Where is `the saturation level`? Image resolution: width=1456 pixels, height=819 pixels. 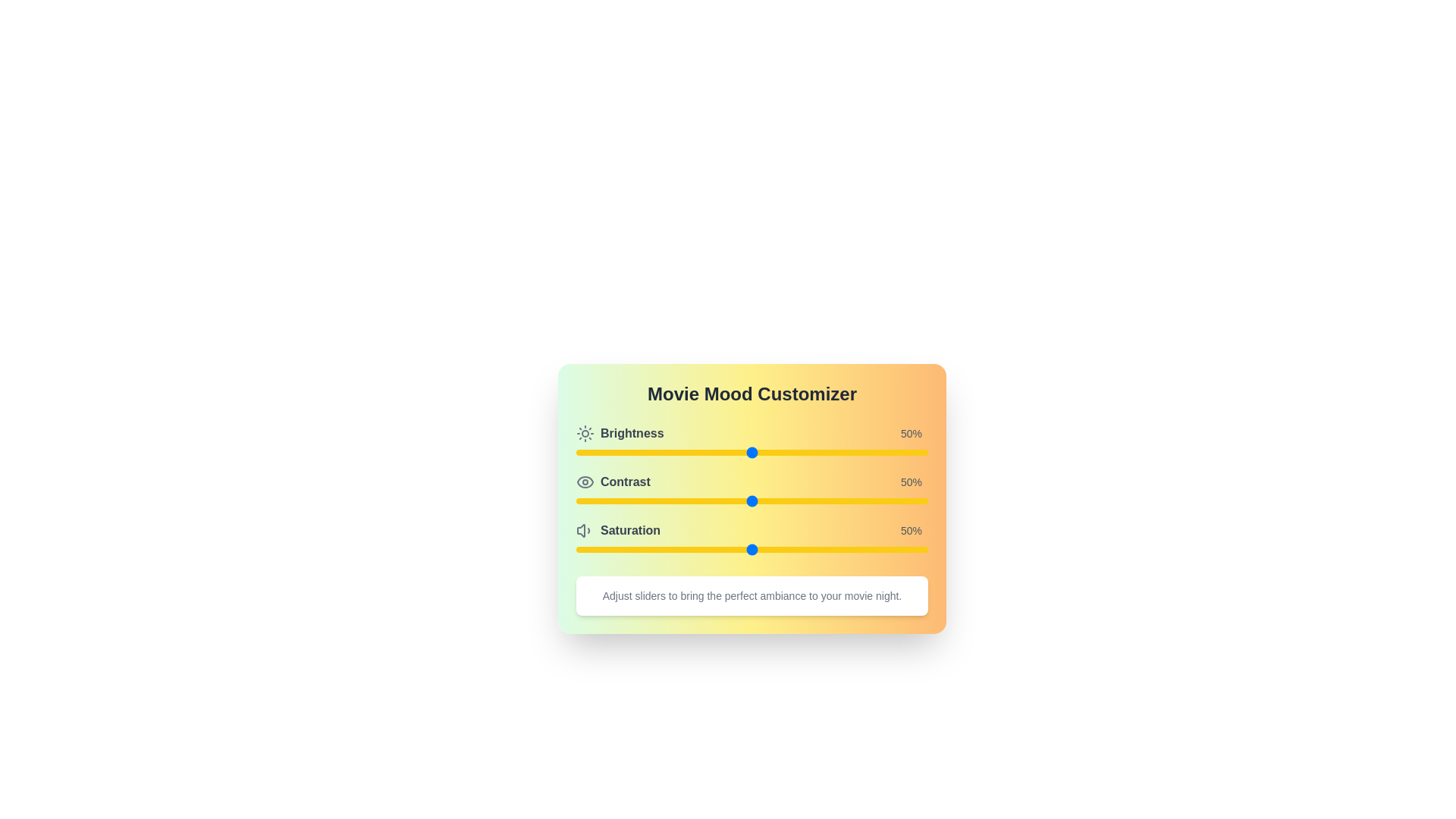 the saturation level is located at coordinates (773, 550).